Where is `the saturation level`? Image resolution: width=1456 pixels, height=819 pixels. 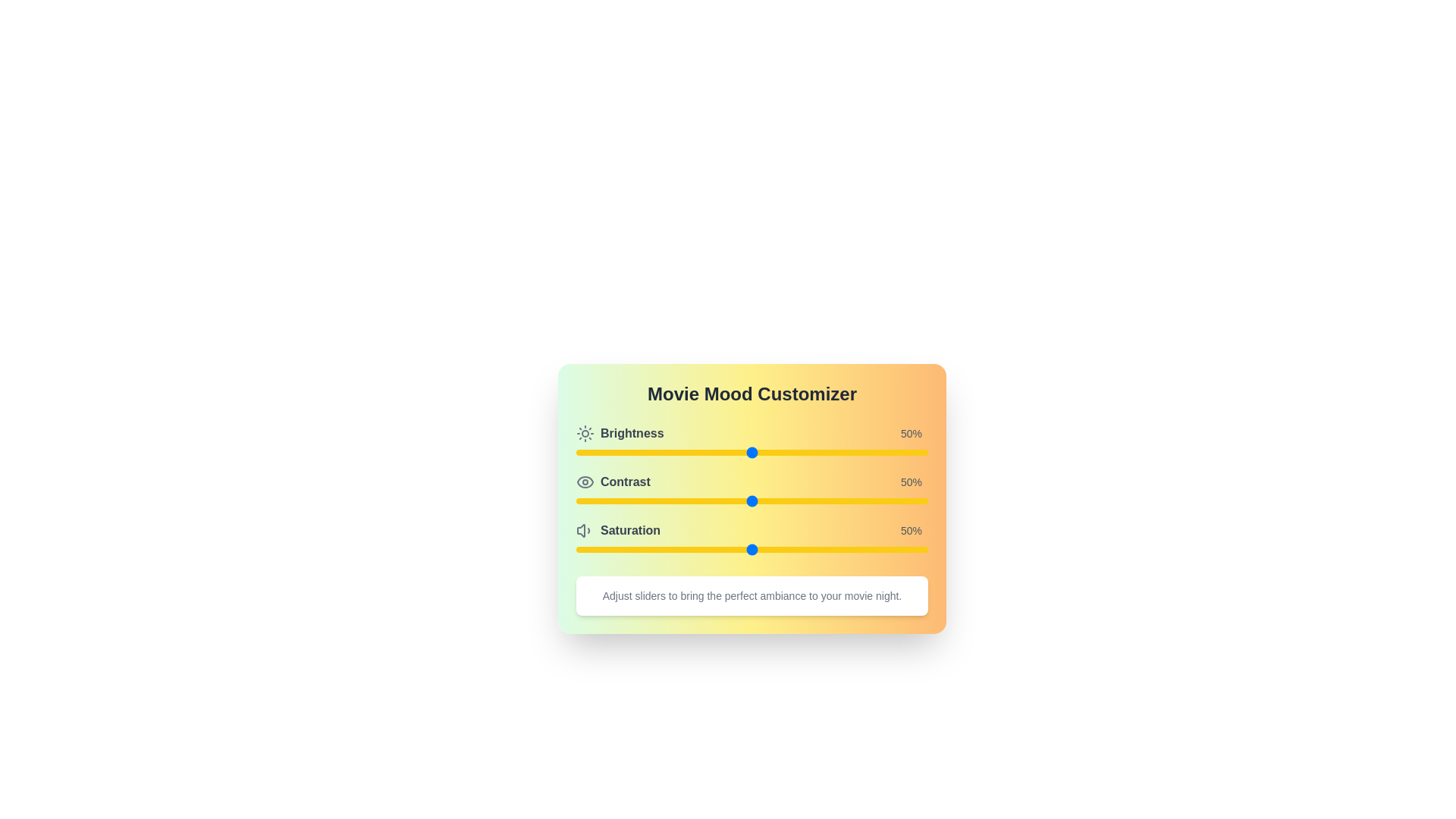 the saturation level is located at coordinates (773, 550).